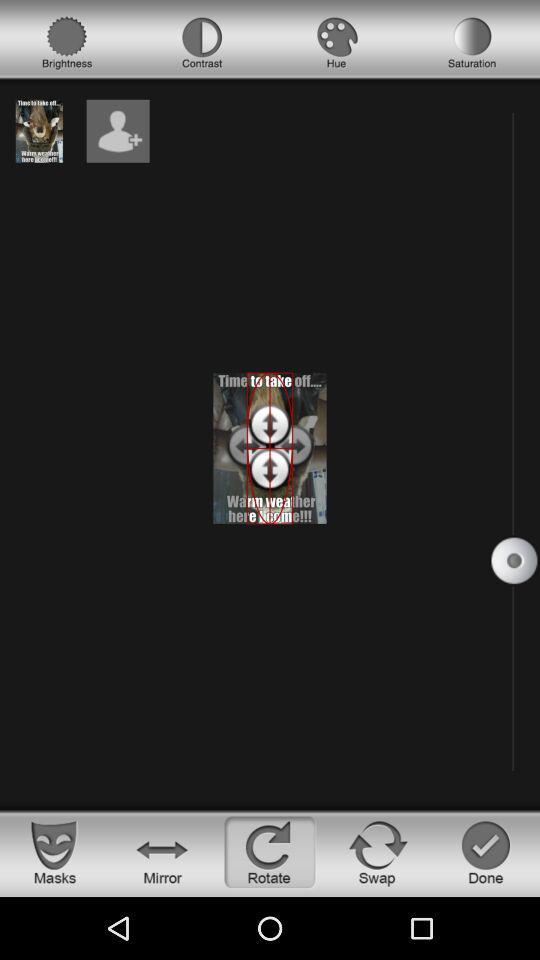  Describe the element at coordinates (485, 851) in the screenshot. I see `the check icon` at that location.